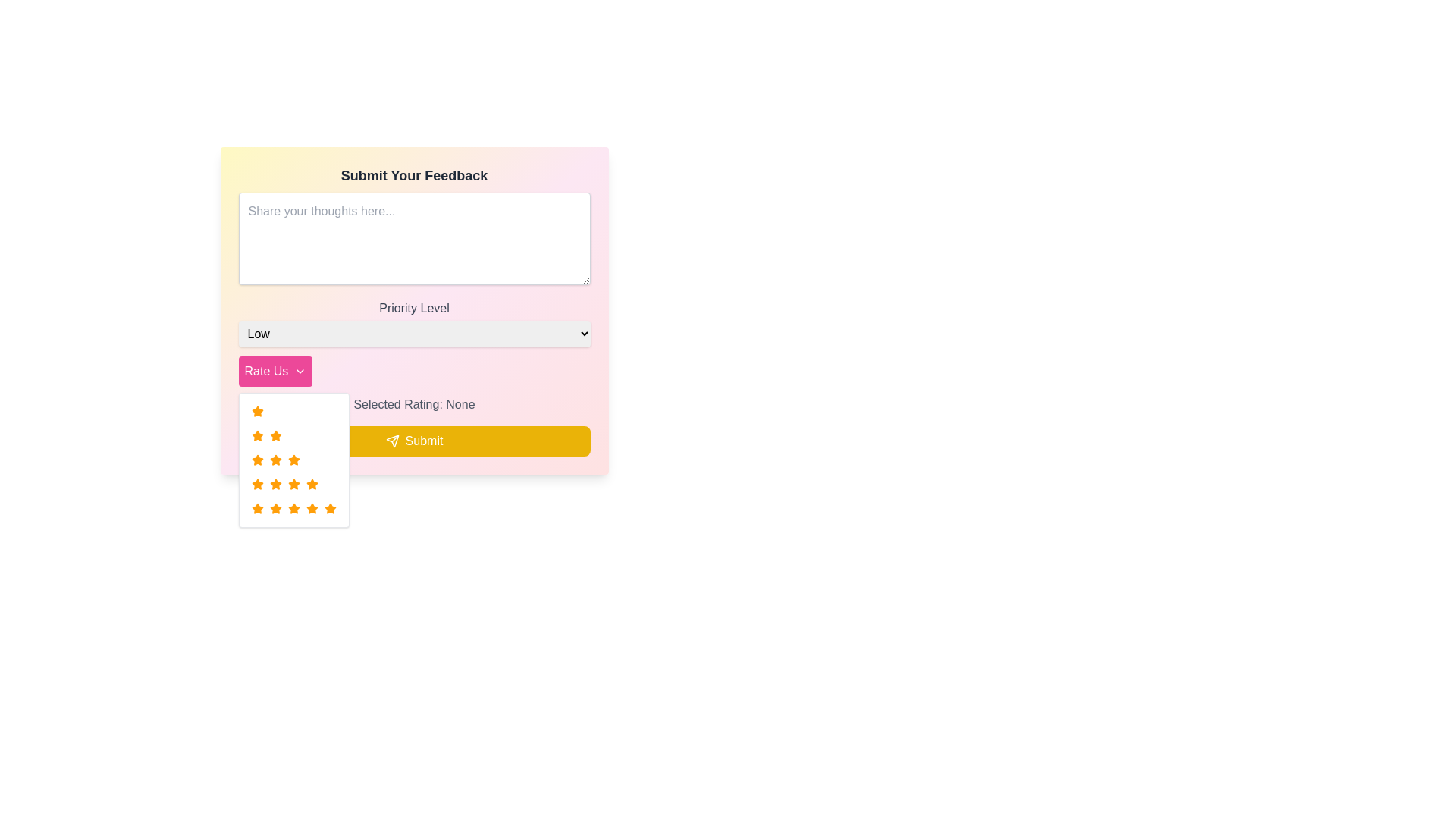 The width and height of the screenshot is (1456, 819). Describe the element at coordinates (293, 509) in the screenshot. I see `the fifth star in the interactive rating control under the 'Rate Us' button` at that location.